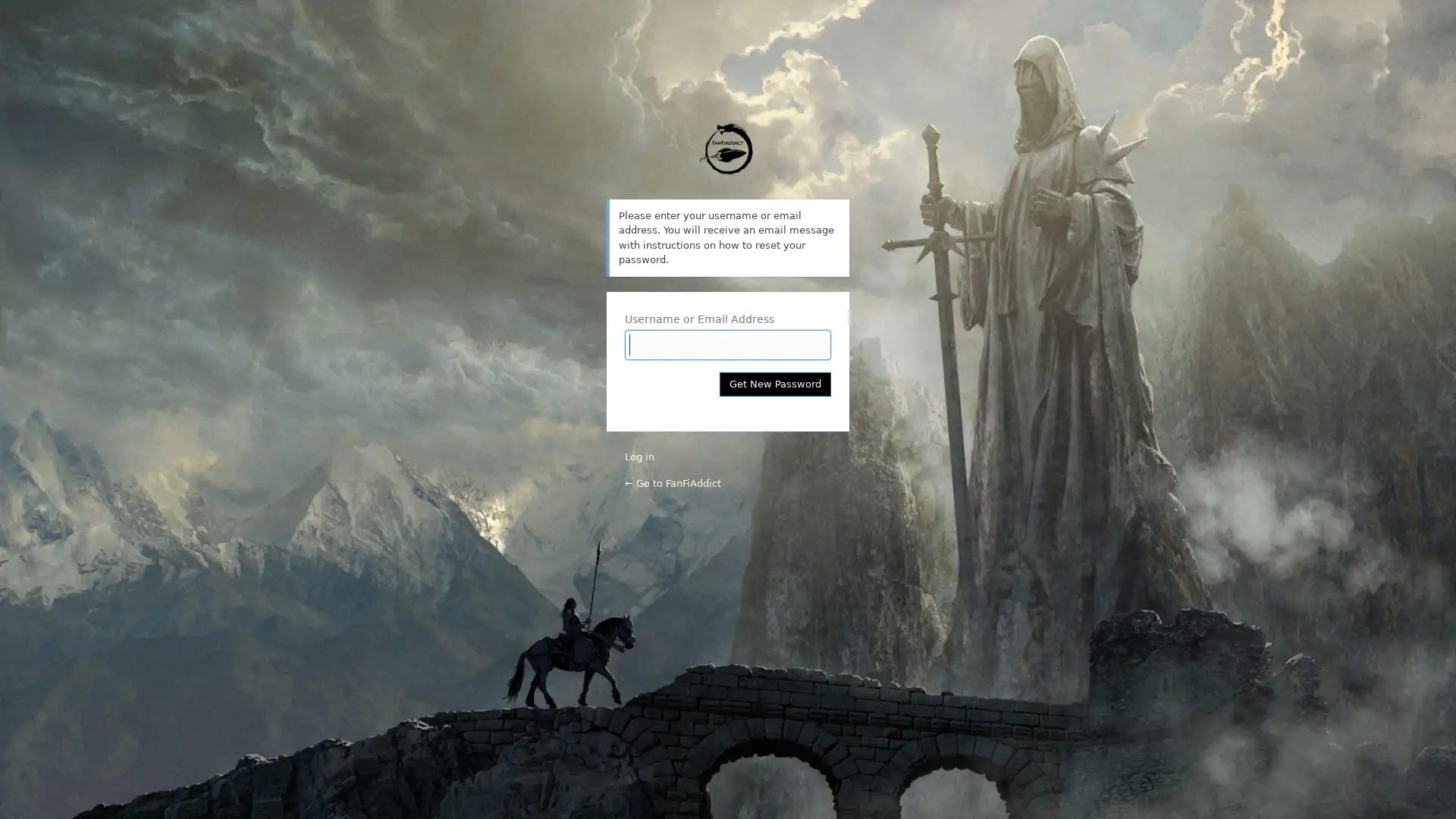  What do you see at coordinates (775, 382) in the screenshot?
I see `Get New Password` at bounding box center [775, 382].